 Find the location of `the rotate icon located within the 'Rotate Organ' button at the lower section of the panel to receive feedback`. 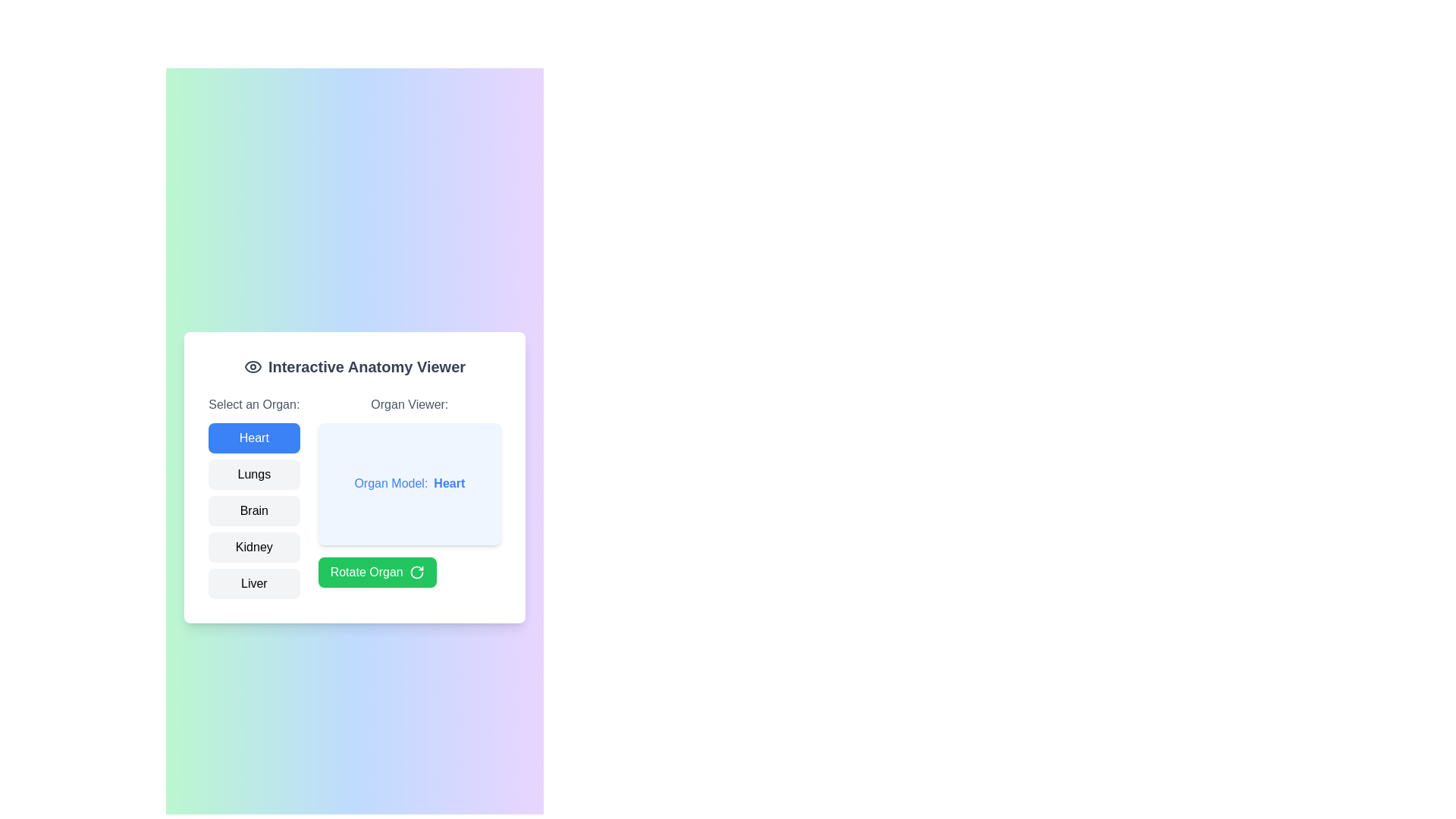

the rotate icon located within the 'Rotate Organ' button at the lower section of the panel to receive feedback is located at coordinates (416, 572).